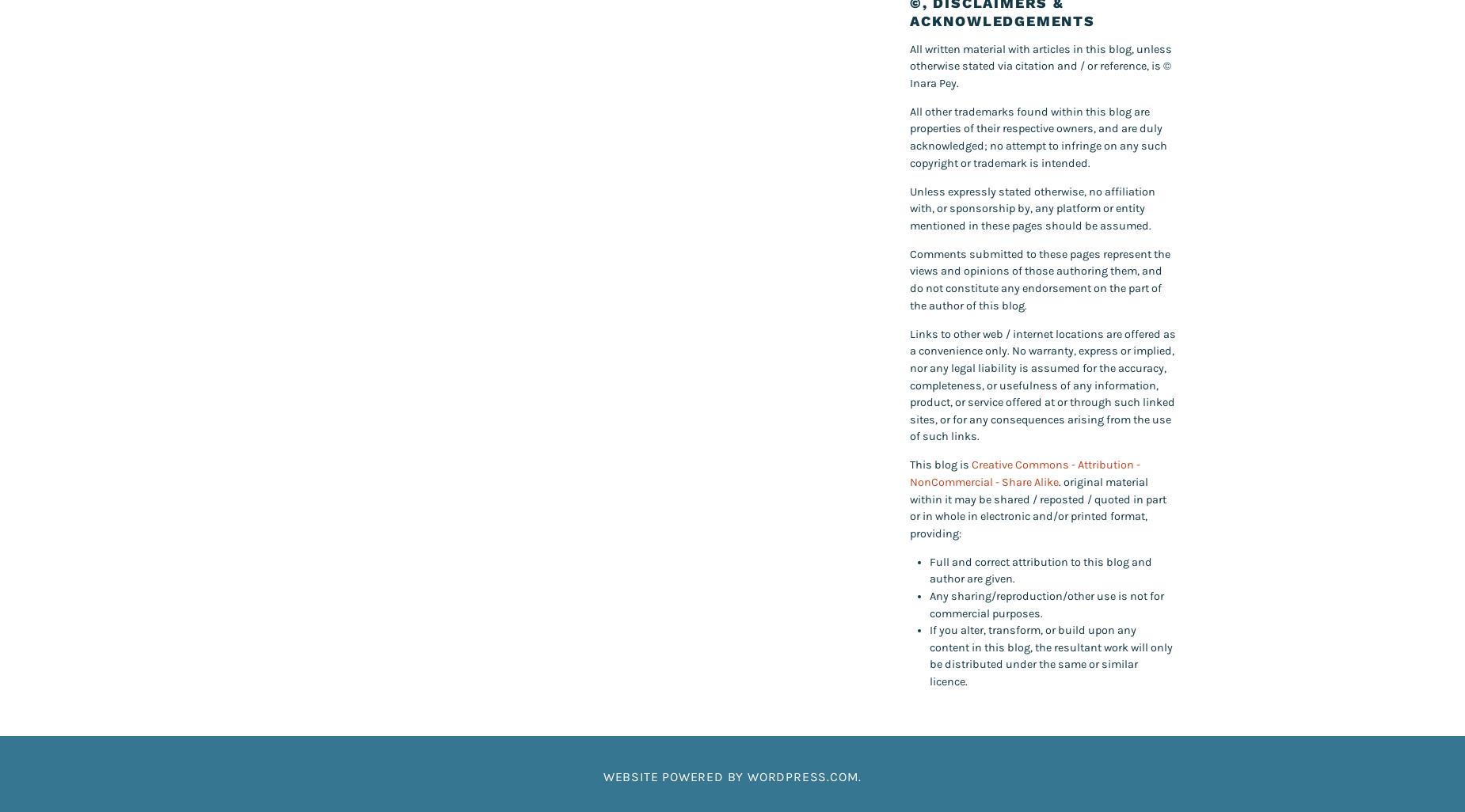 The width and height of the screenshot is (1465, 812). What do you see at coordinates (1032, 207) in the screenshot?
I see `'Unless expressly stated otherwise, no affiliation with, or sponsorship by, any platform or entity mentioned in these pages should be assumed.'` at bounding box center [1032, 207].